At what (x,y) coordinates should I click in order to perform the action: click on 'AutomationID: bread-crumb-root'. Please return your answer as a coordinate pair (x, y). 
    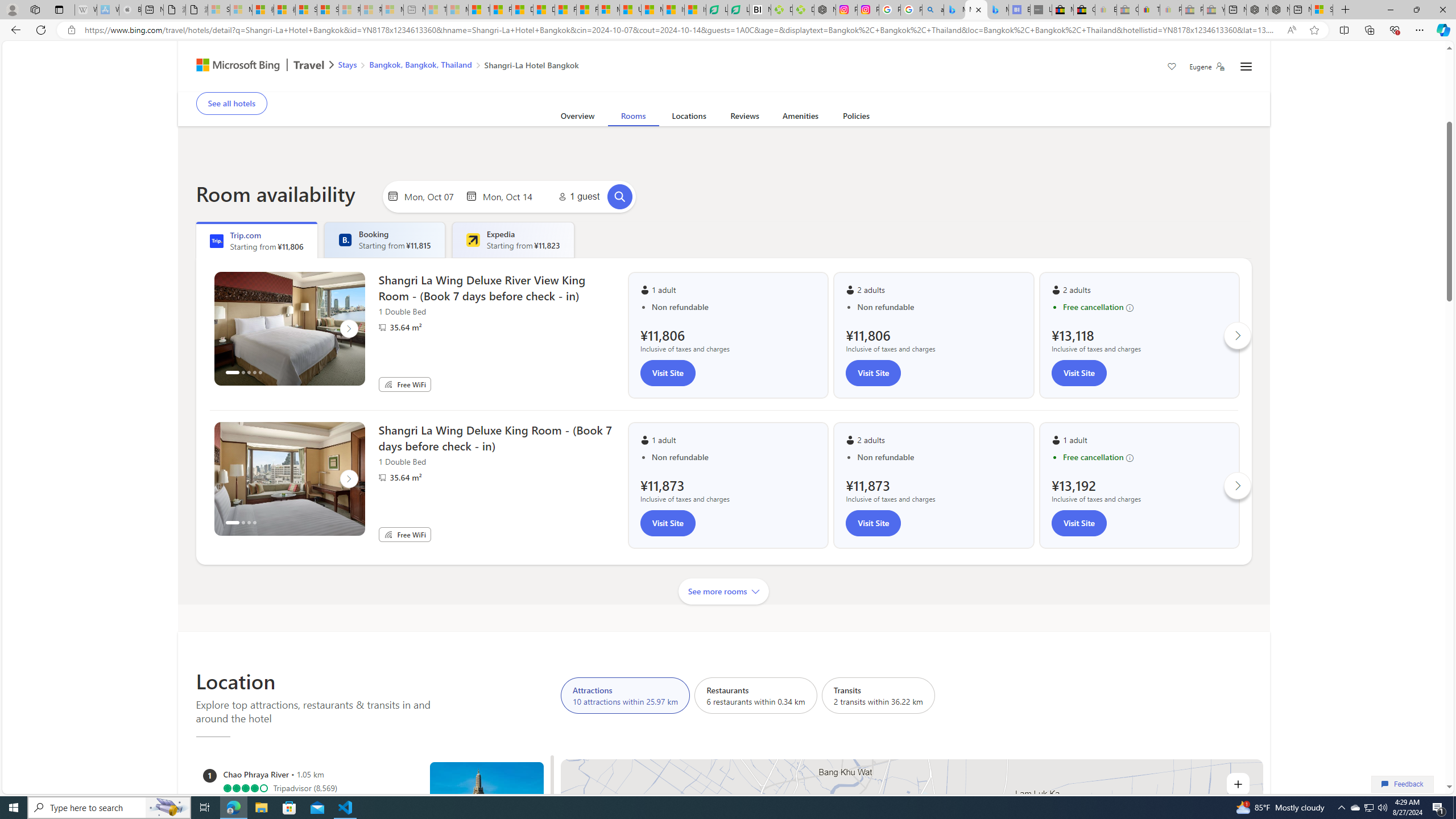
    Looking at the image, I should click on (452, 66).